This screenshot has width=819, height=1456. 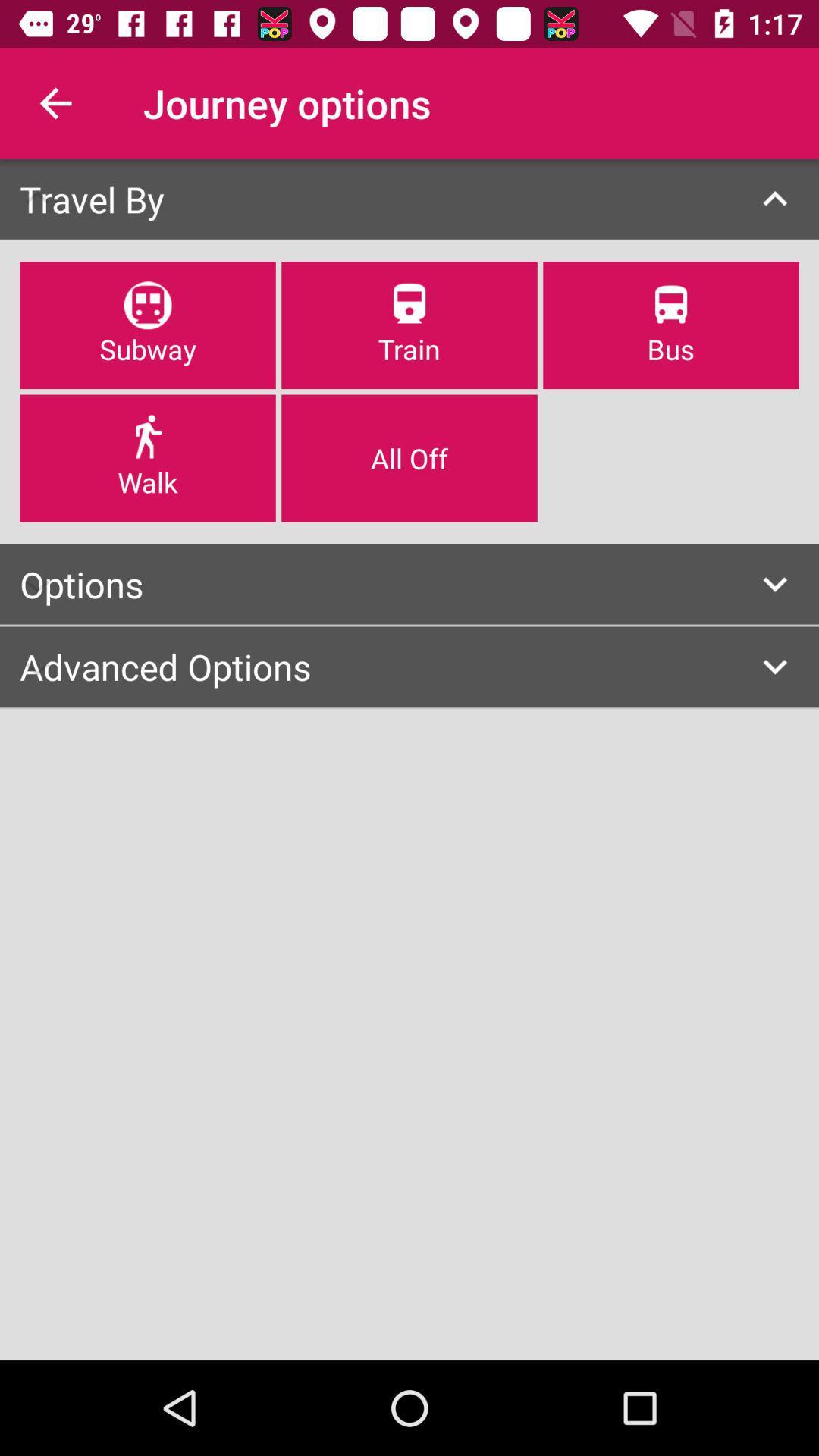 I want to click on the item next to journey options, so click(x=55, y=102).